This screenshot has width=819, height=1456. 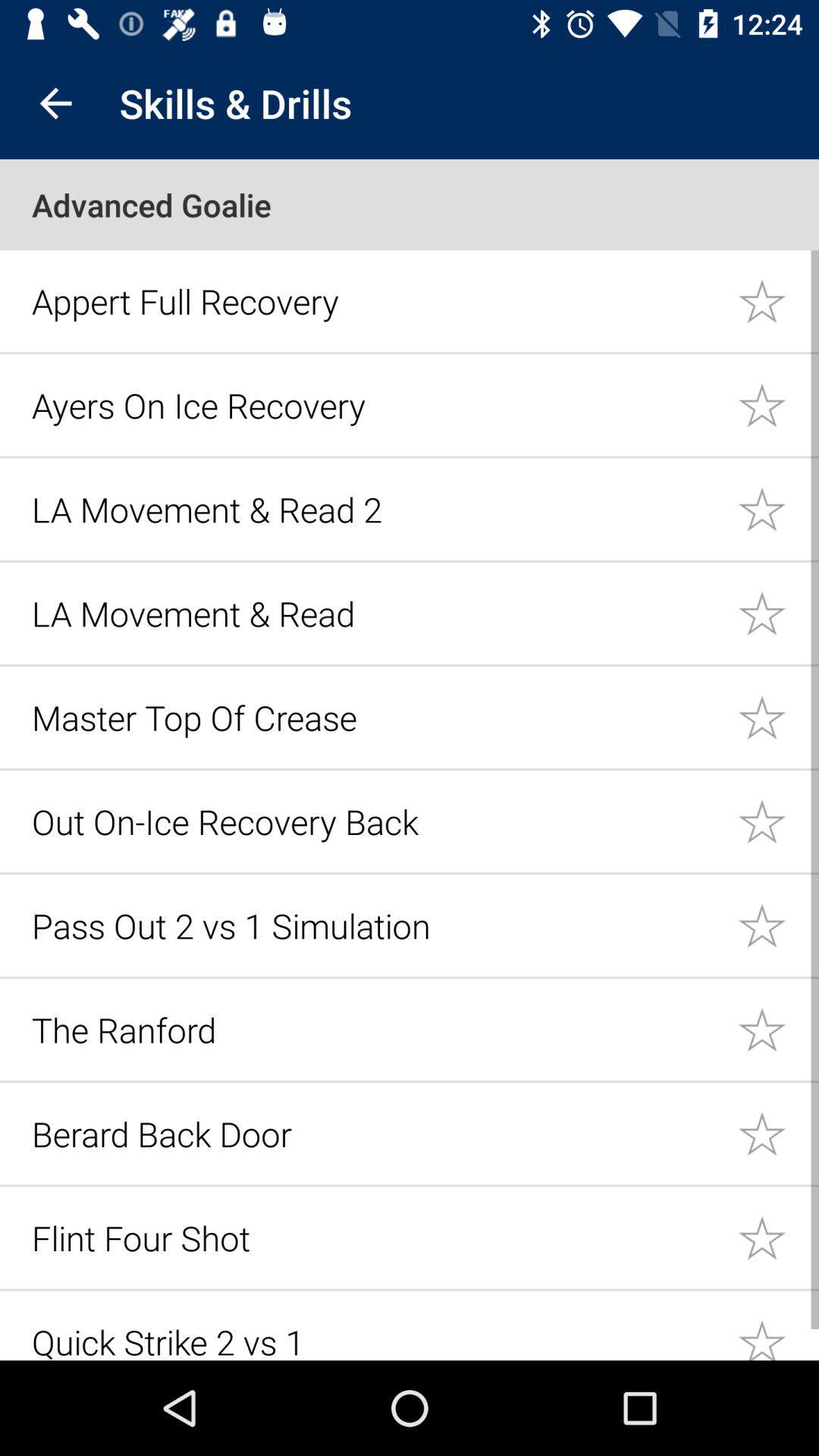 I want to click on put this game on other list too, so click(x=778, y=1238).